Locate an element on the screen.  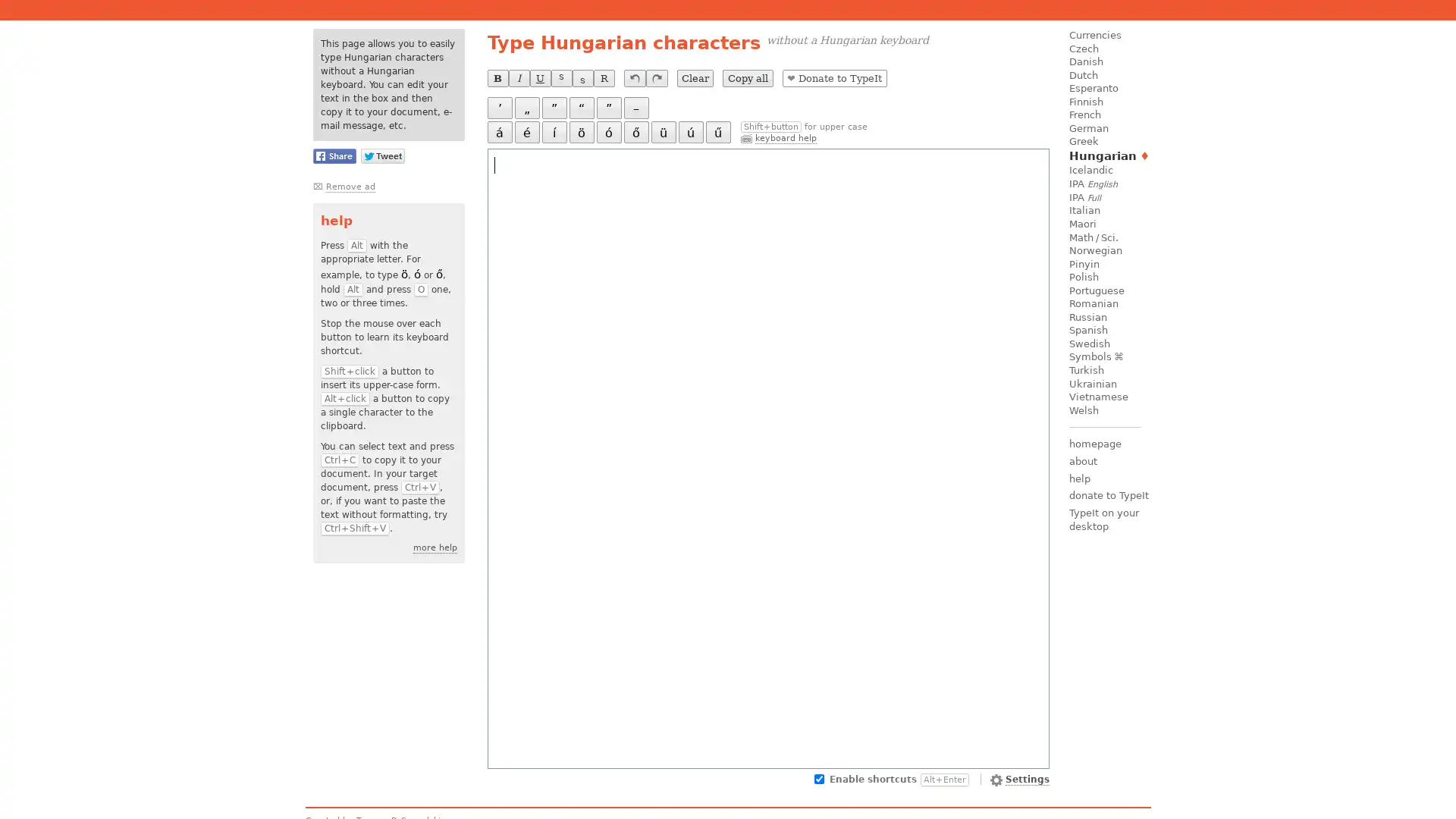
redo last undone operation (Ctrl+Y) is located at coordinates (656, 78).